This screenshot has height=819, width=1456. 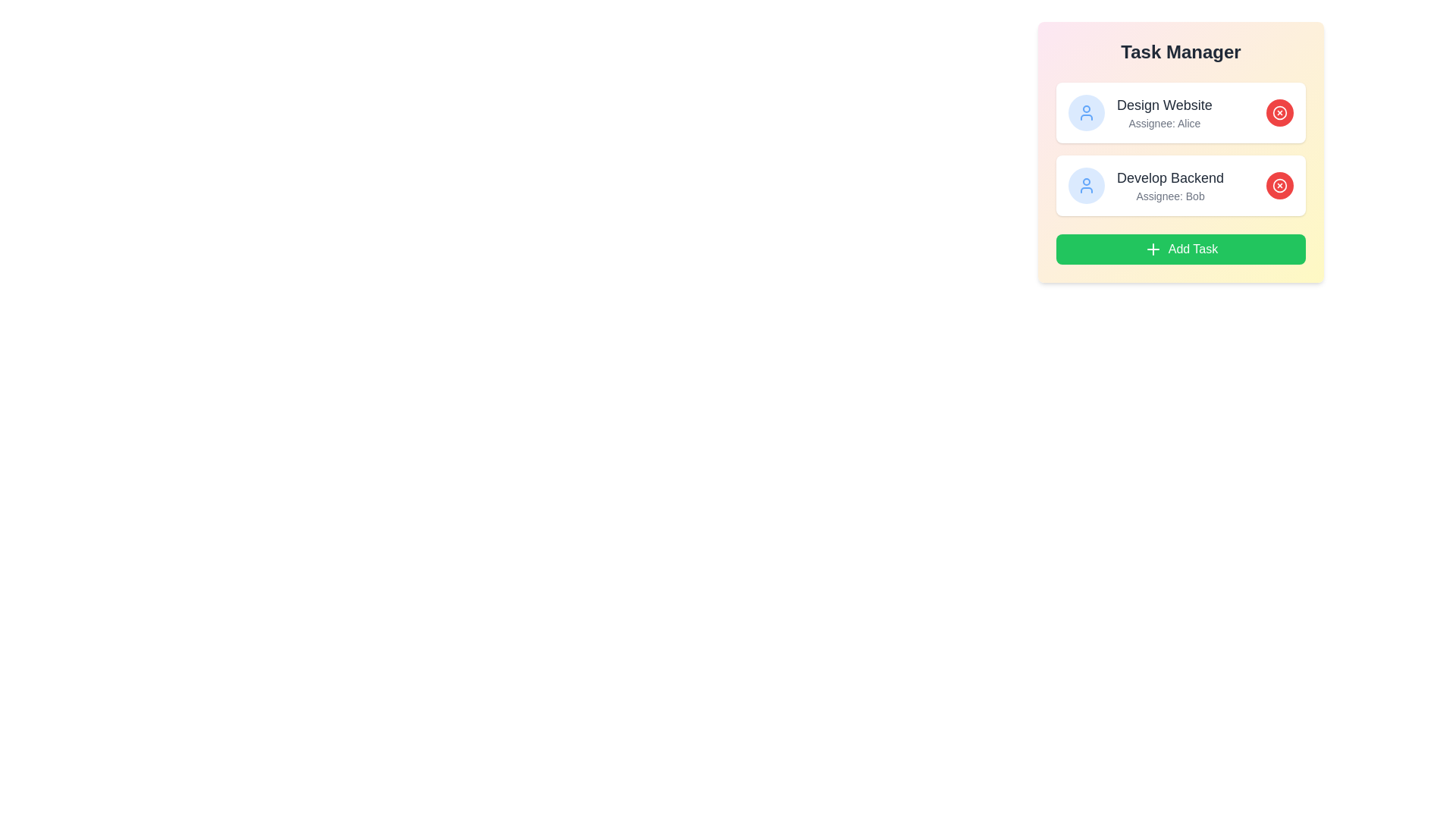 What do you see at coordinates (1139, 112) in the screenshot?
I see `to select the first task listed under the 'Task Manager' heading in the task management interface` at bounding box center [1139, 112].